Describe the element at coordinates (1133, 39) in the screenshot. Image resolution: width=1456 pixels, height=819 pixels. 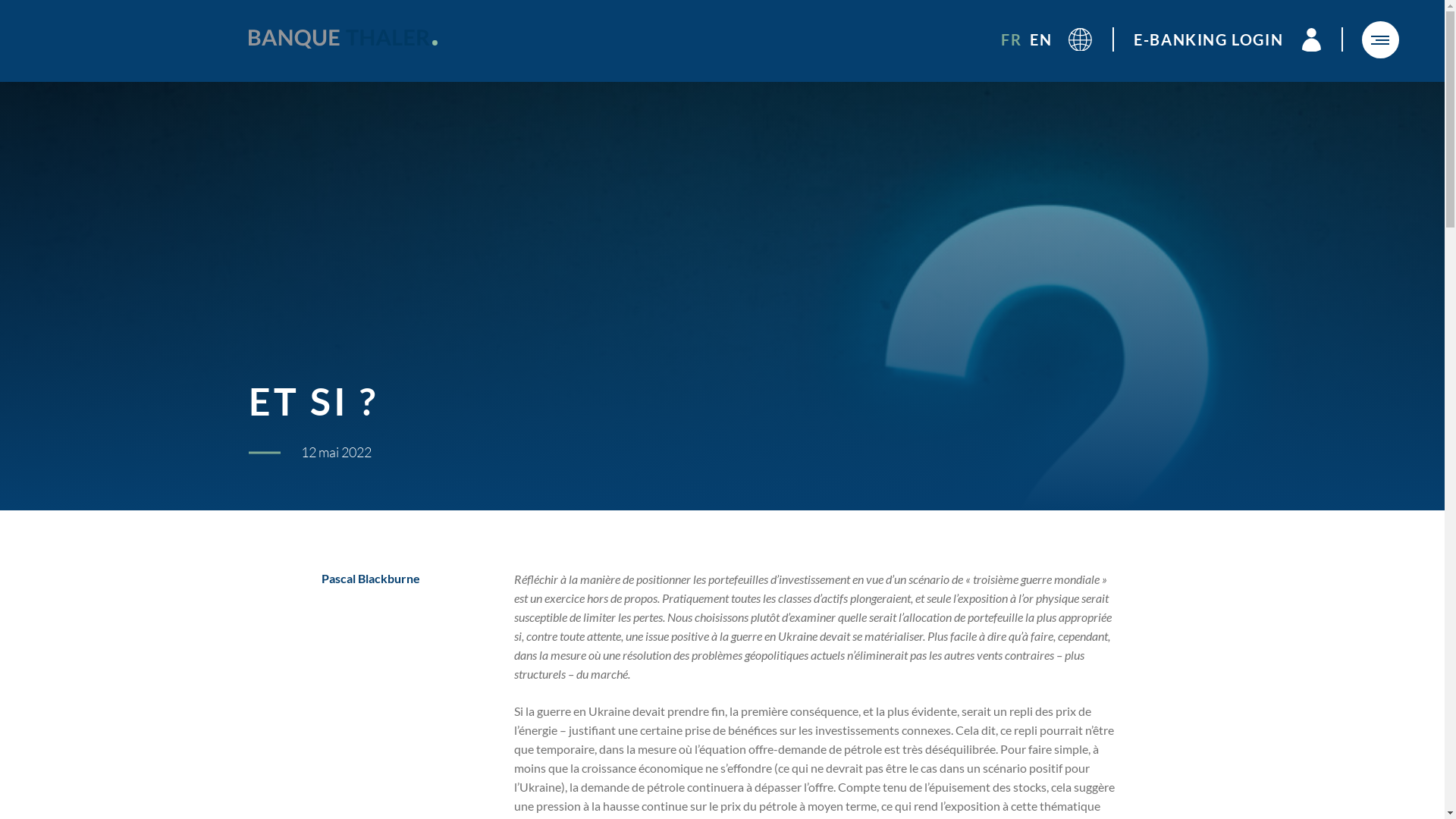
I see `'E-BANKING LOGIN'` at that location.